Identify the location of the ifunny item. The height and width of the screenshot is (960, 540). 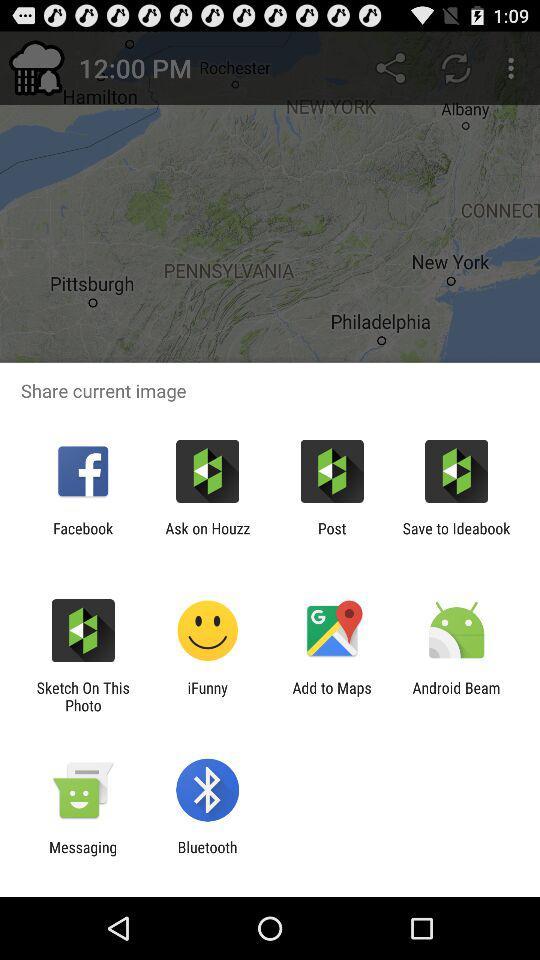
(206, 696).